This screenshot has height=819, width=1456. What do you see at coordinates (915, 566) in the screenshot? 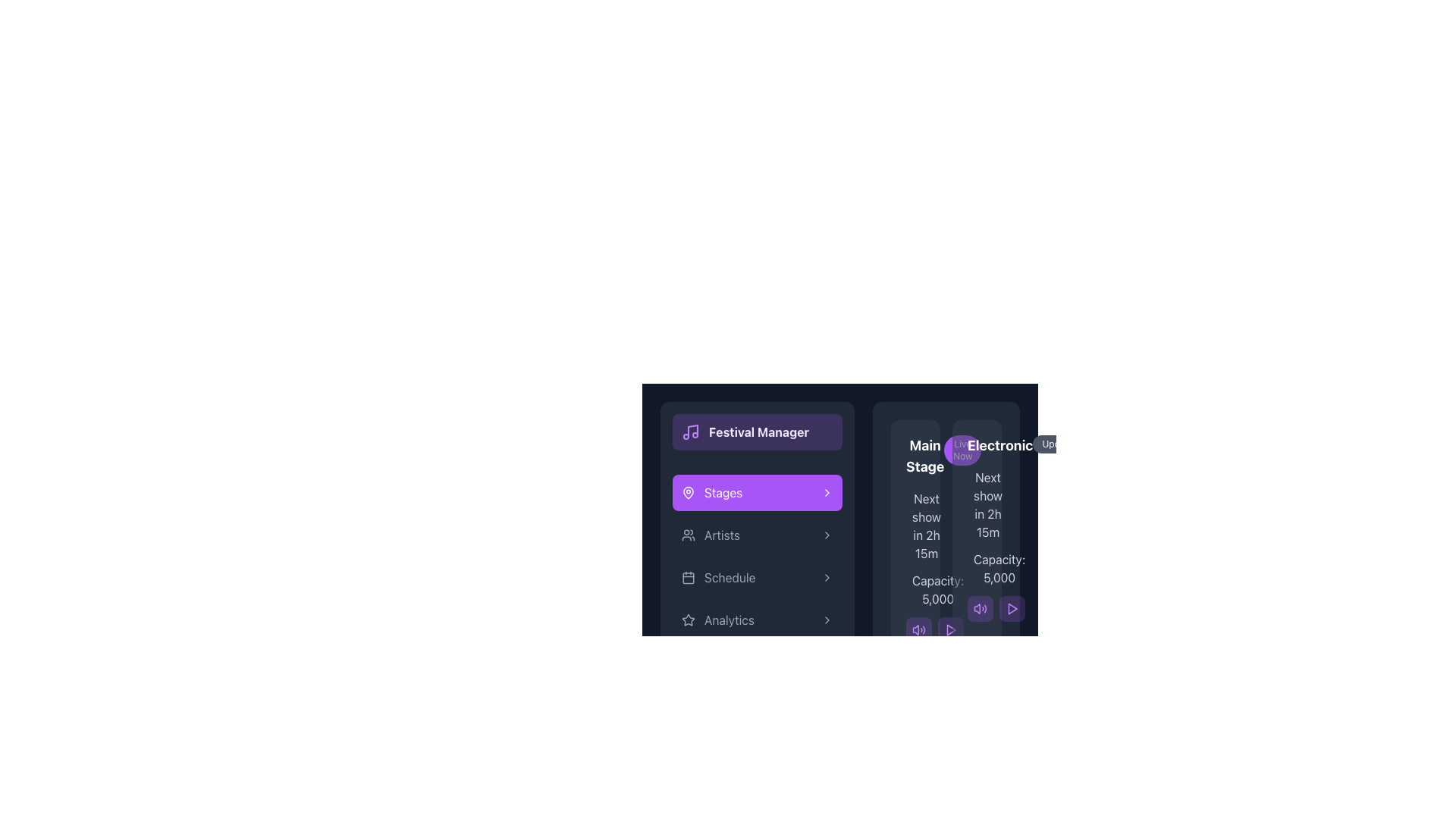
I see `the buttons located near the textual information display that shows 'Next show in 2h 15m' and 'Capacity: 5,000' within the 'Main Stage' card` at bounding box center [915, 566].